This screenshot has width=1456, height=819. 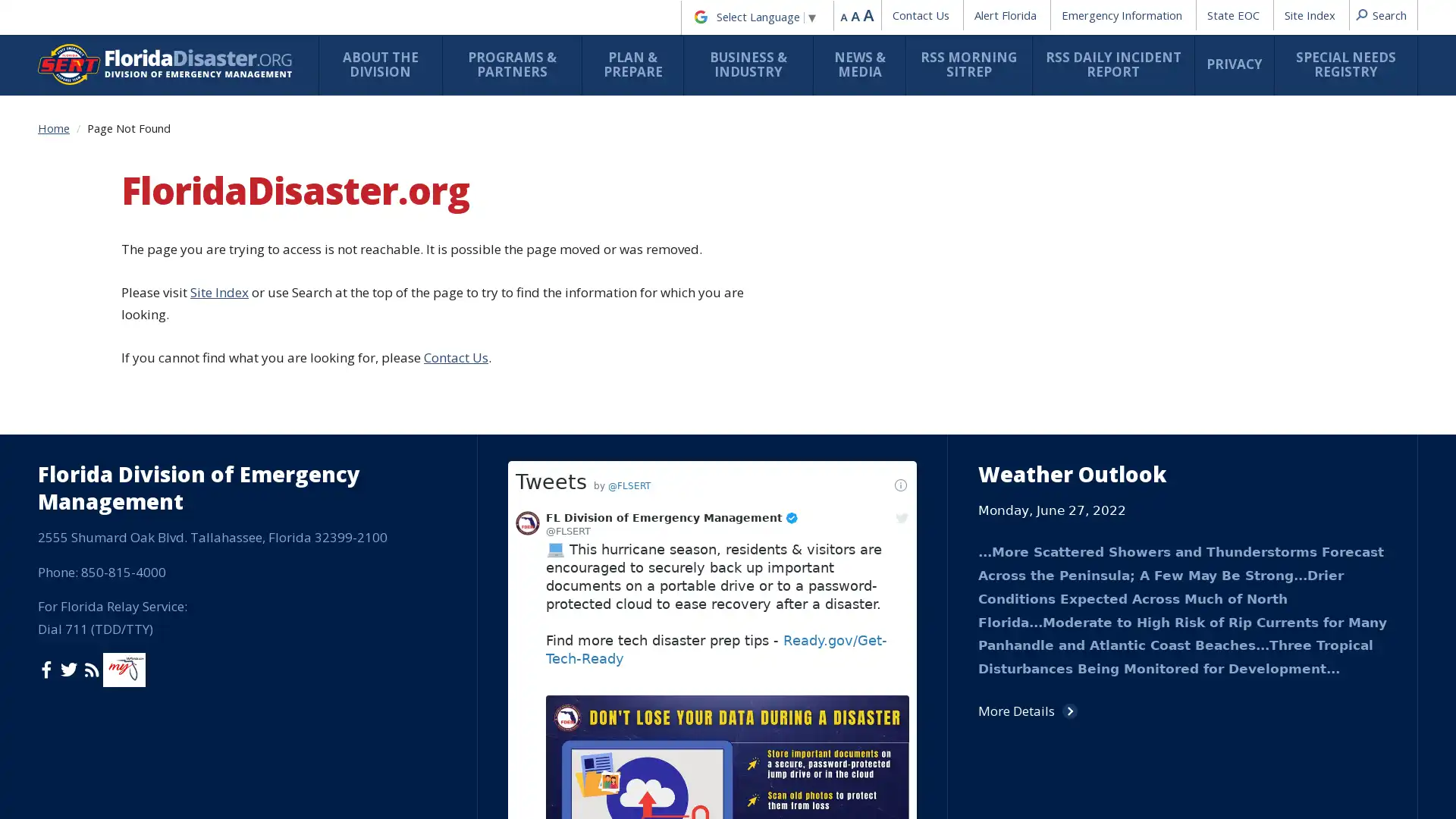 What do you see at coordinates (760, 777) in the screenshot?
I see `Toggle More` at bounding box center [760, 777].